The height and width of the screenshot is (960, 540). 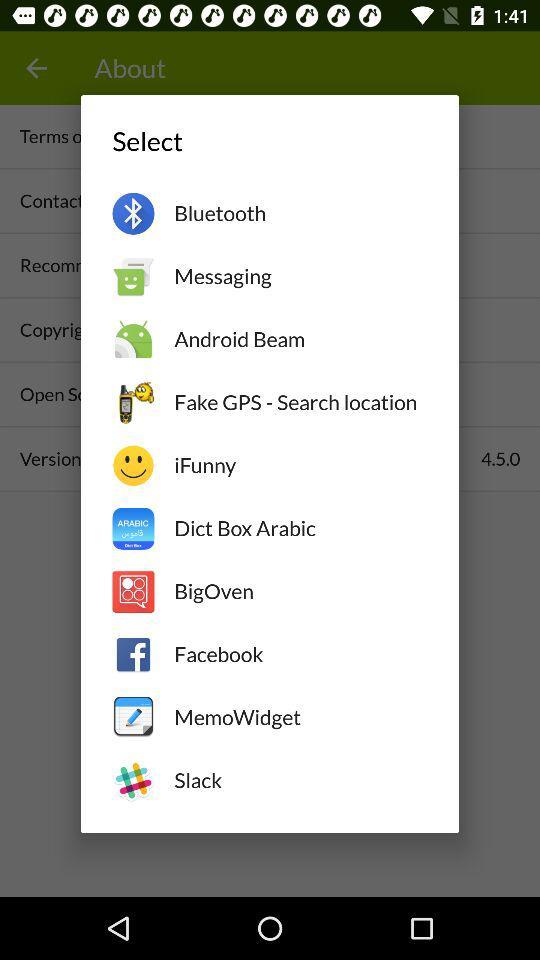 I want to click on item below the memowidget, so click(x=299, y=779).